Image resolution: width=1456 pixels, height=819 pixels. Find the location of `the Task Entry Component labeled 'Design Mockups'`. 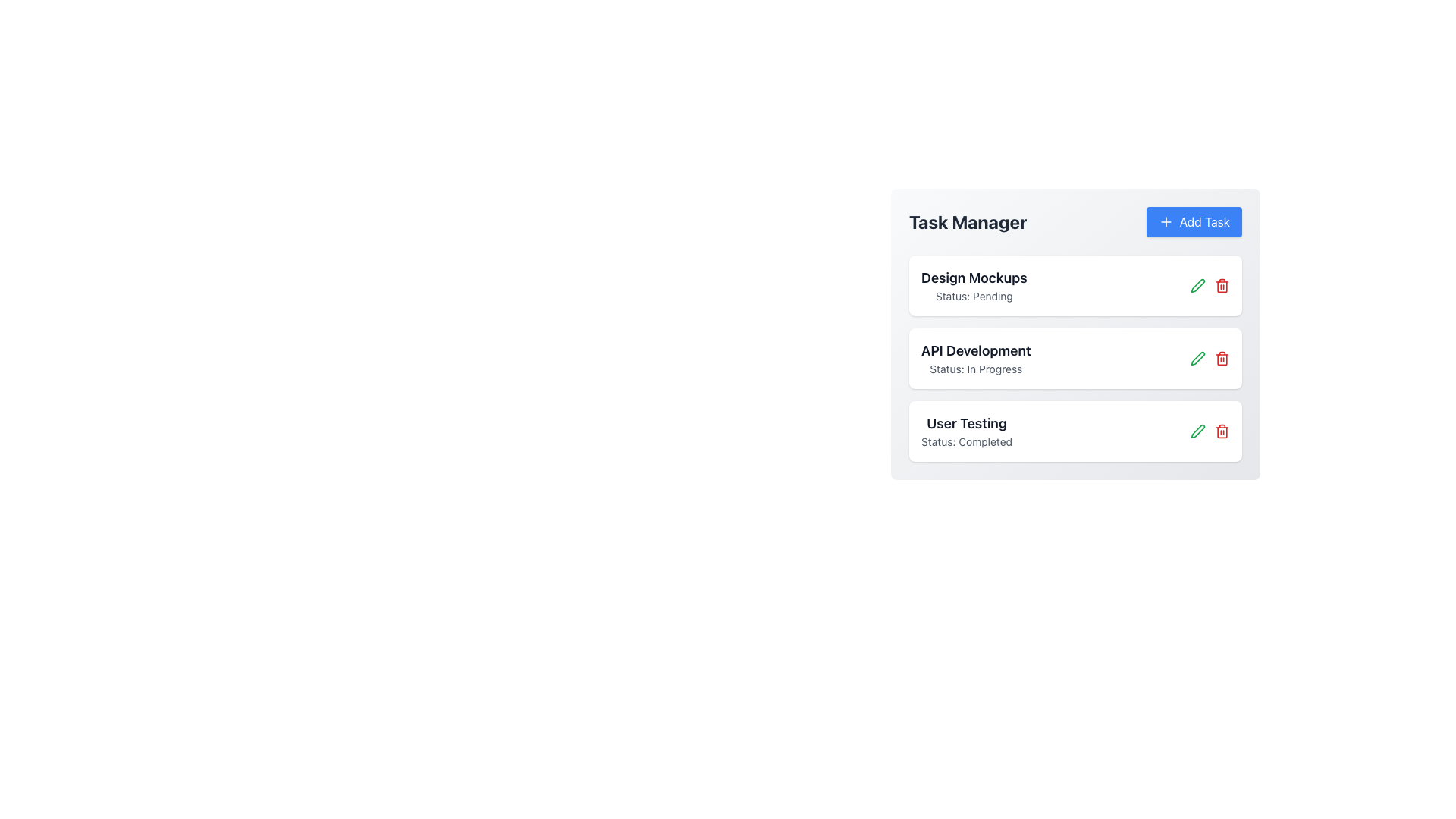

the Task Entry Component labeled 'Design Mockups' is located at coordinates (1075, 286).